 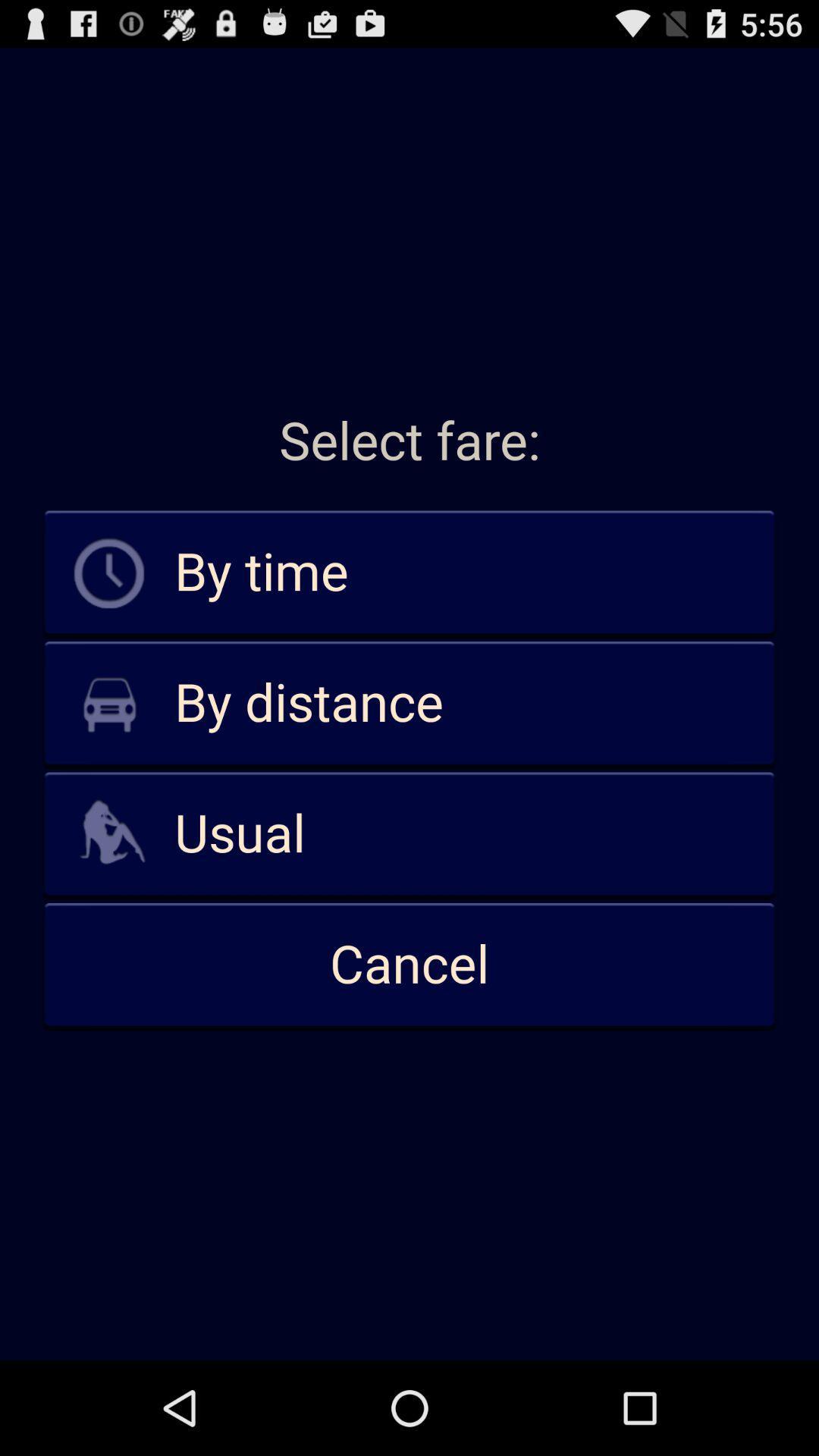 What do you see at coordinates (409, 703) in the screenshot?
I see `the app above usual` at bounding box center [409, 703].